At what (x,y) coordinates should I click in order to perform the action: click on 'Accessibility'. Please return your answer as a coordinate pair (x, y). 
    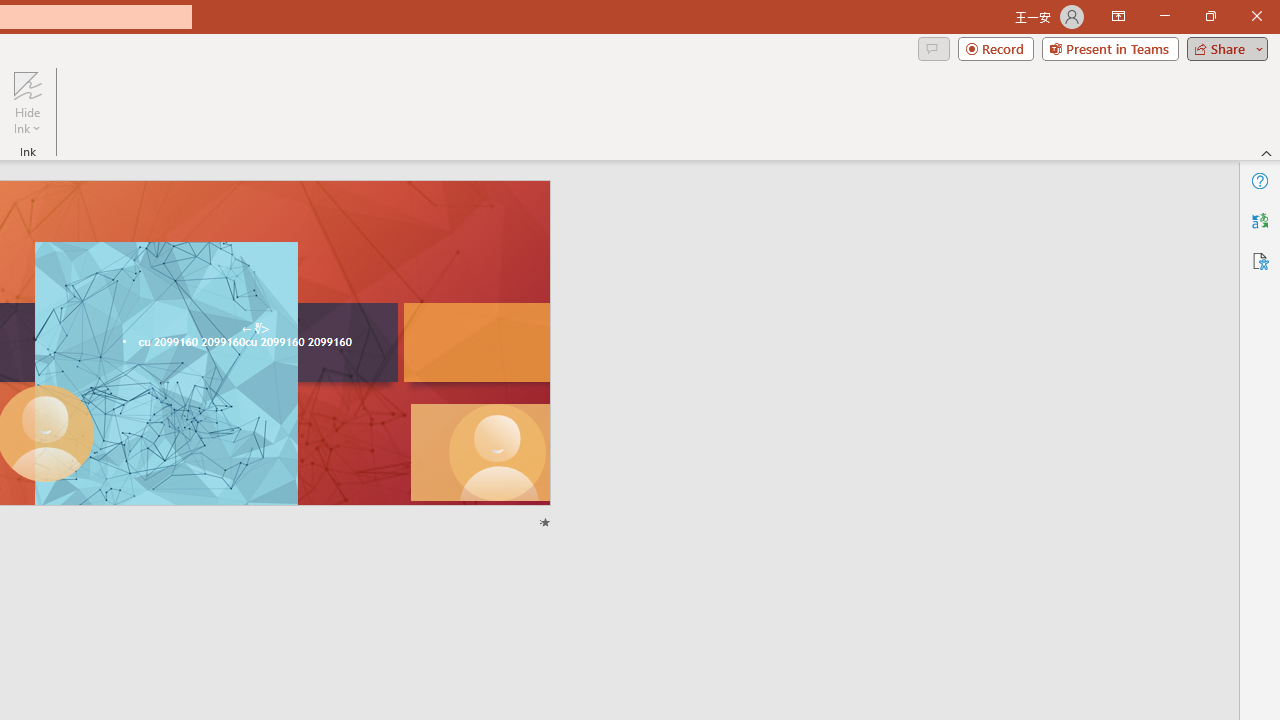
    Looking at the image, I should click on (1259, 260).